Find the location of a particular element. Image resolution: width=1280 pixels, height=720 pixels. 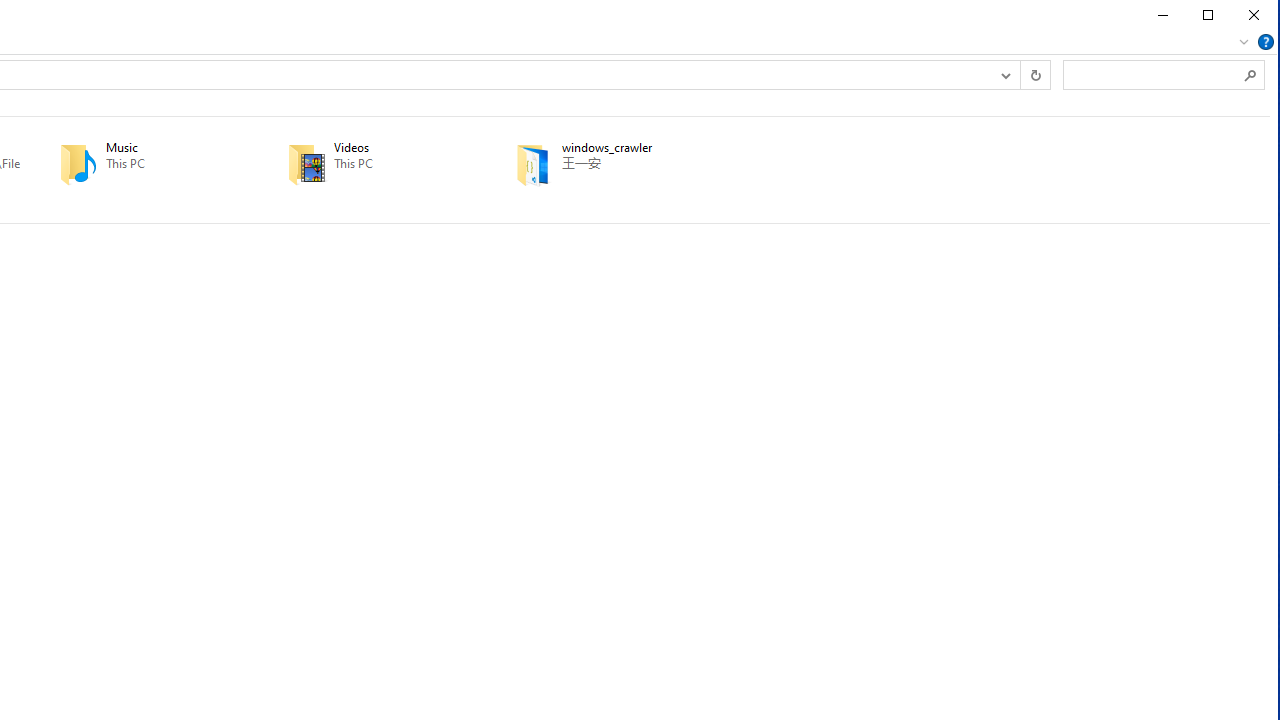

'Help' is located at coordinates (1264, 42).